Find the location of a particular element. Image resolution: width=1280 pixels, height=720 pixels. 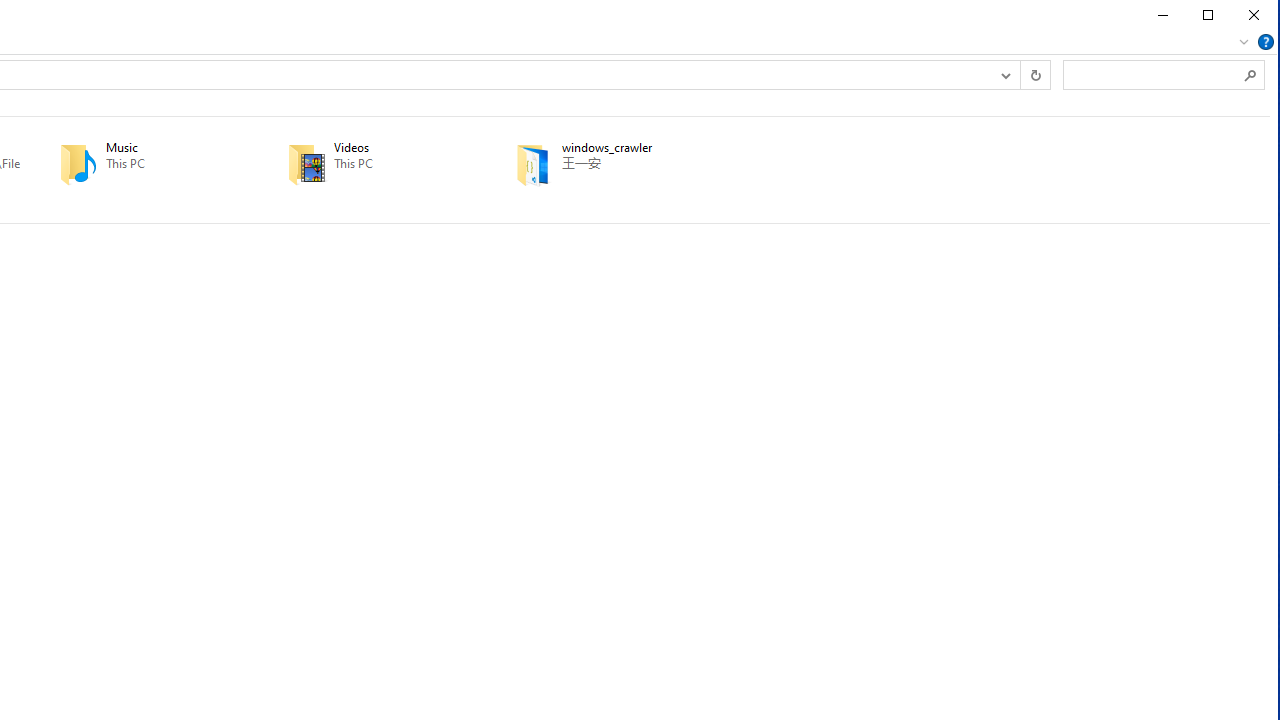

'Help' is located at coordinates (1264, 42).